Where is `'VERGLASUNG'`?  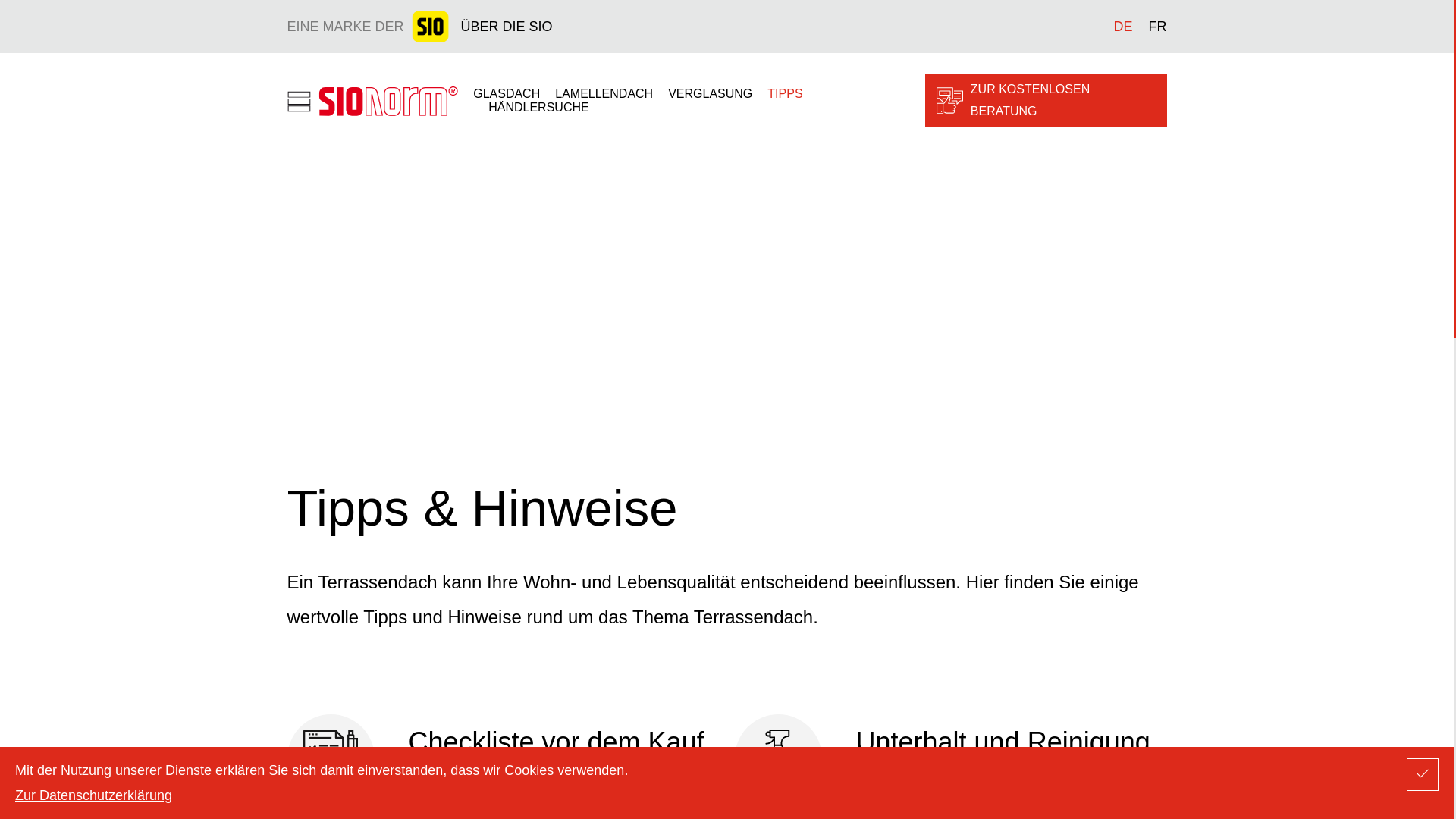 'VERGLASUNG' is located at coordinates (709, 93).